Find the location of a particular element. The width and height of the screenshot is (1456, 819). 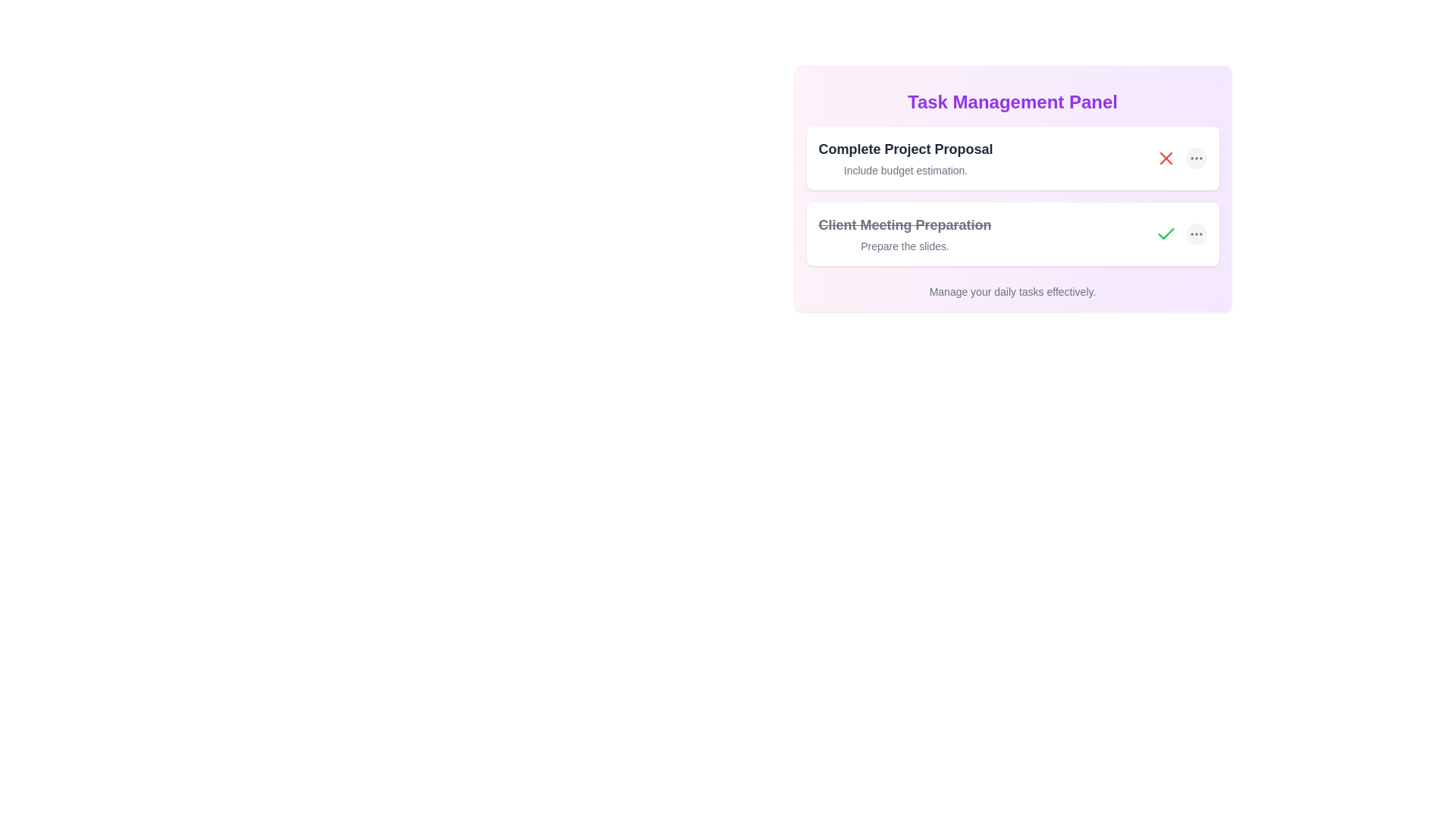

the second task card in the Task Management Panel is located at coordinates (1012, 234).